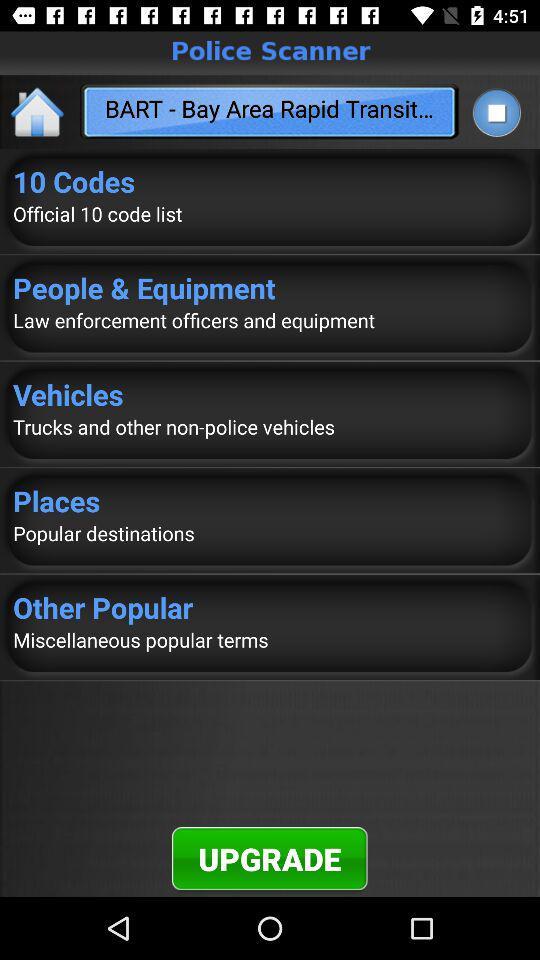 This screenshot has height=960, width=540. Describe the element at coordinates (270, 532) in the screenshot. I see `icon below places item` at that location.